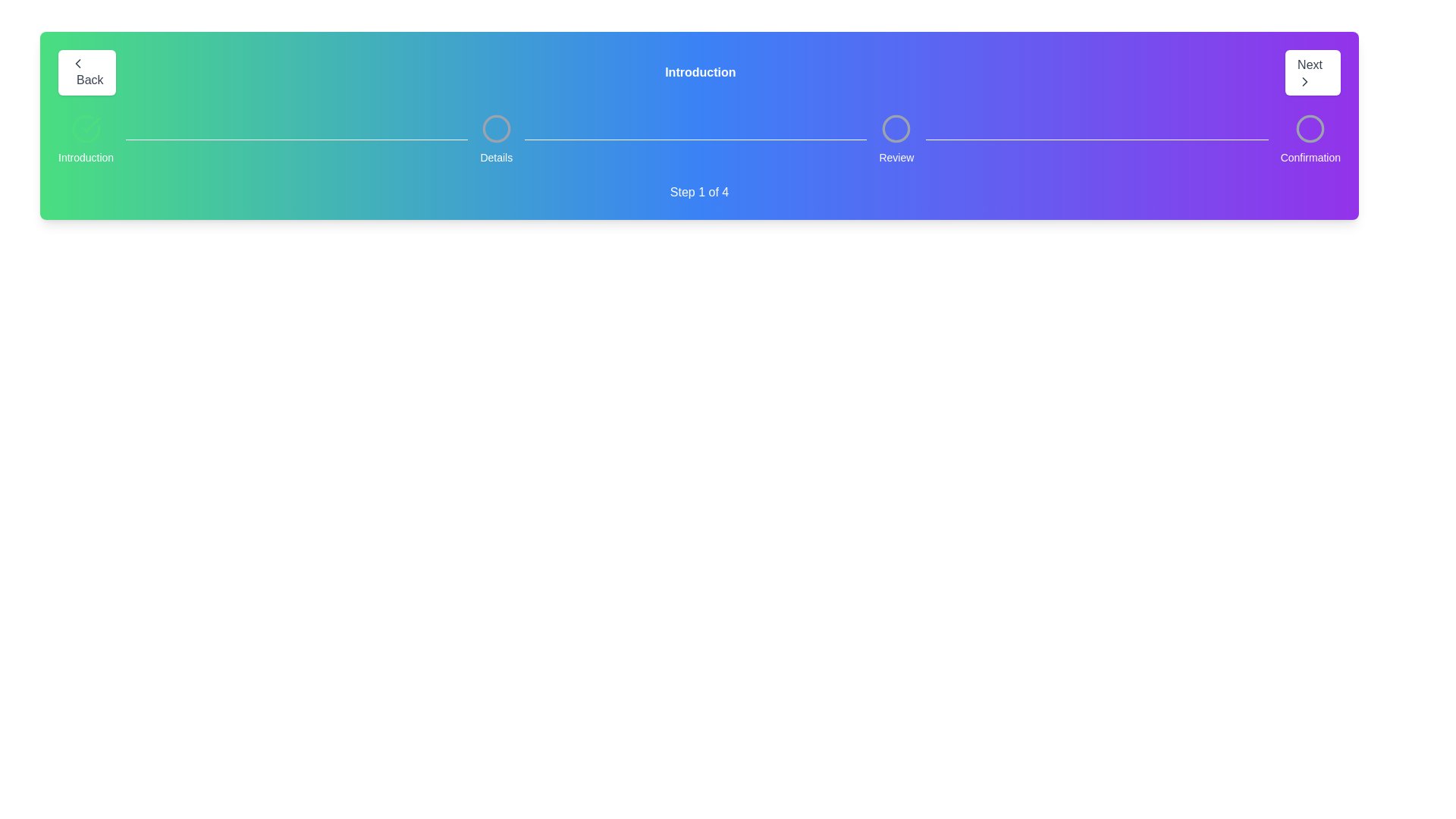 The width and height of the screenshot is (1456, 819). Describe the element at coordinates (77, 63) in the screenshot. I see `the chevron icon next to the 'Back' button` at that location.